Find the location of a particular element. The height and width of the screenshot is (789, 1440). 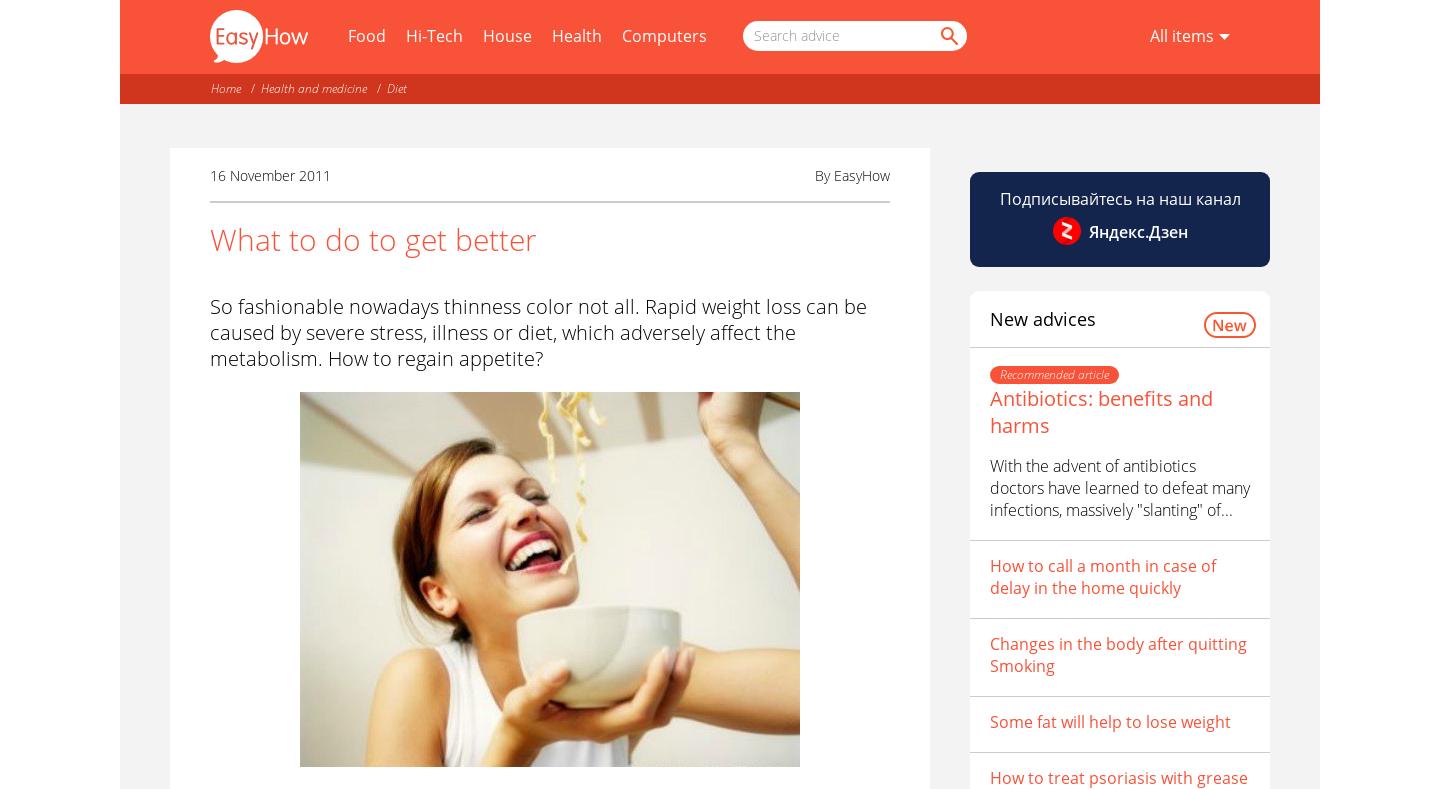

'Diet' is located at coordinates (385, 88).